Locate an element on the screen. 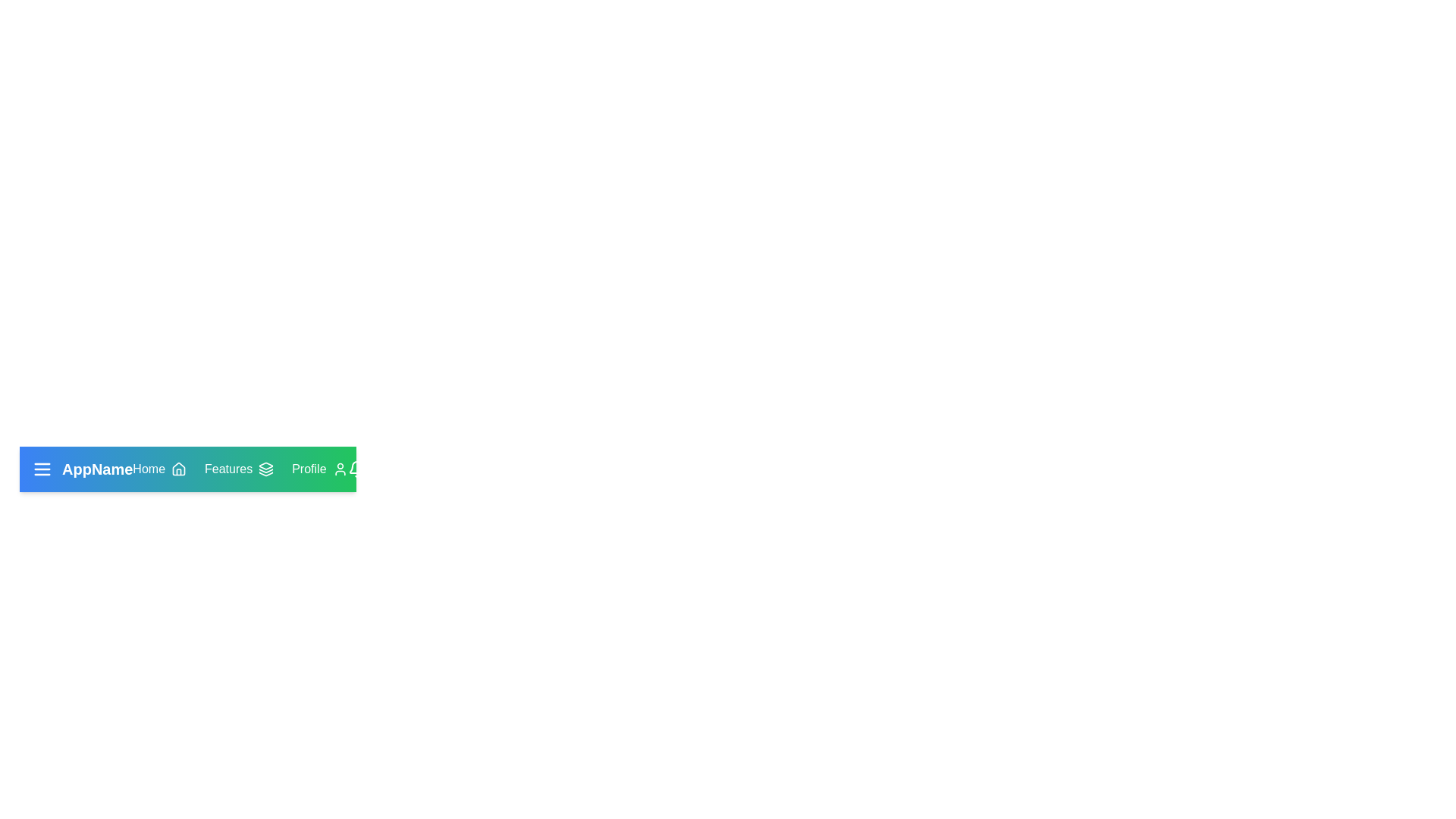  the 'AppName' text to simulate selection is located at coordinates (81, 468).